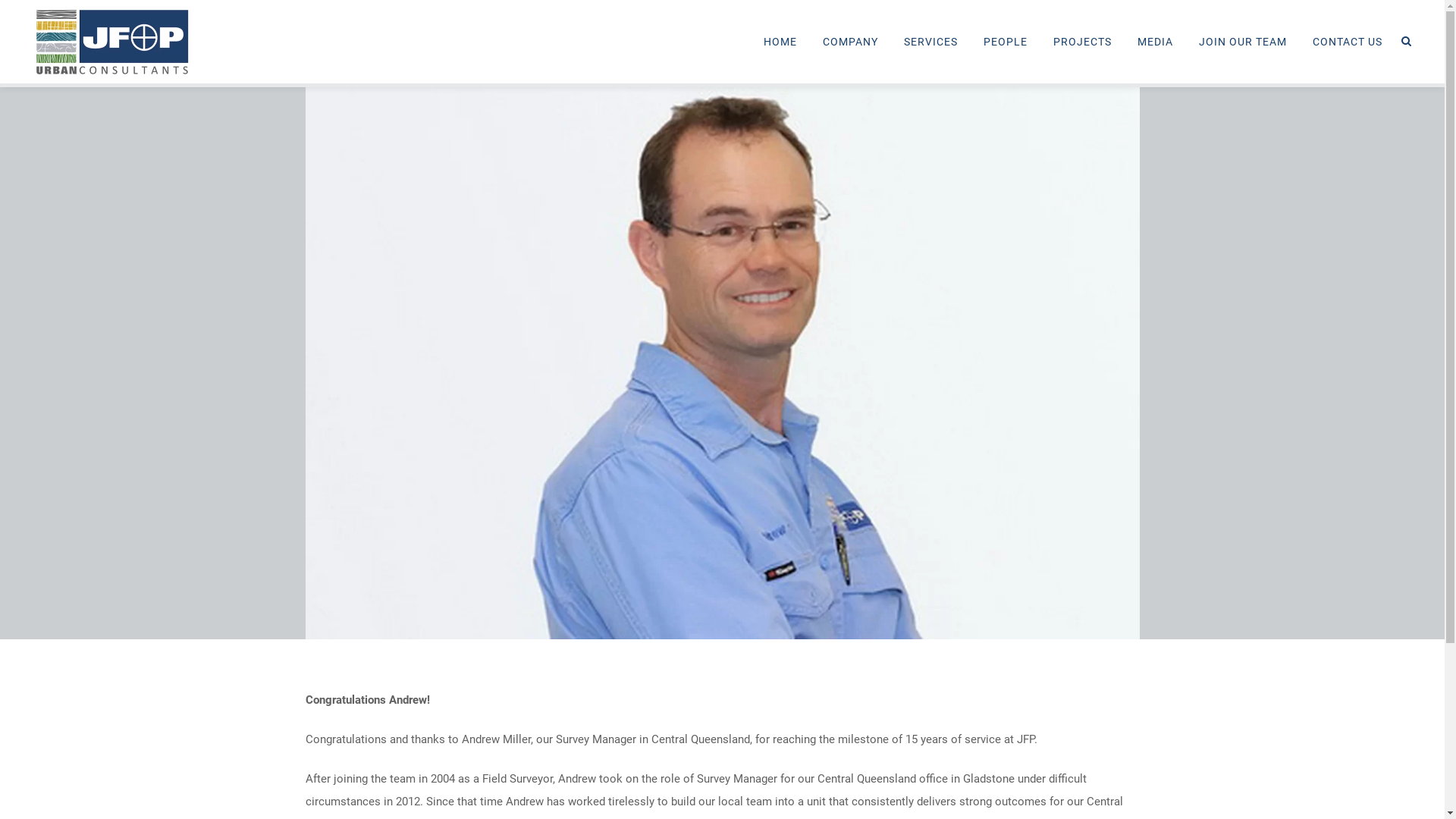 The image size is (1456, 819). What do you see at coordinates (1081, 40) in the screenshot?
I see `'PROJECTS'` at bounding box center [1081, 40].